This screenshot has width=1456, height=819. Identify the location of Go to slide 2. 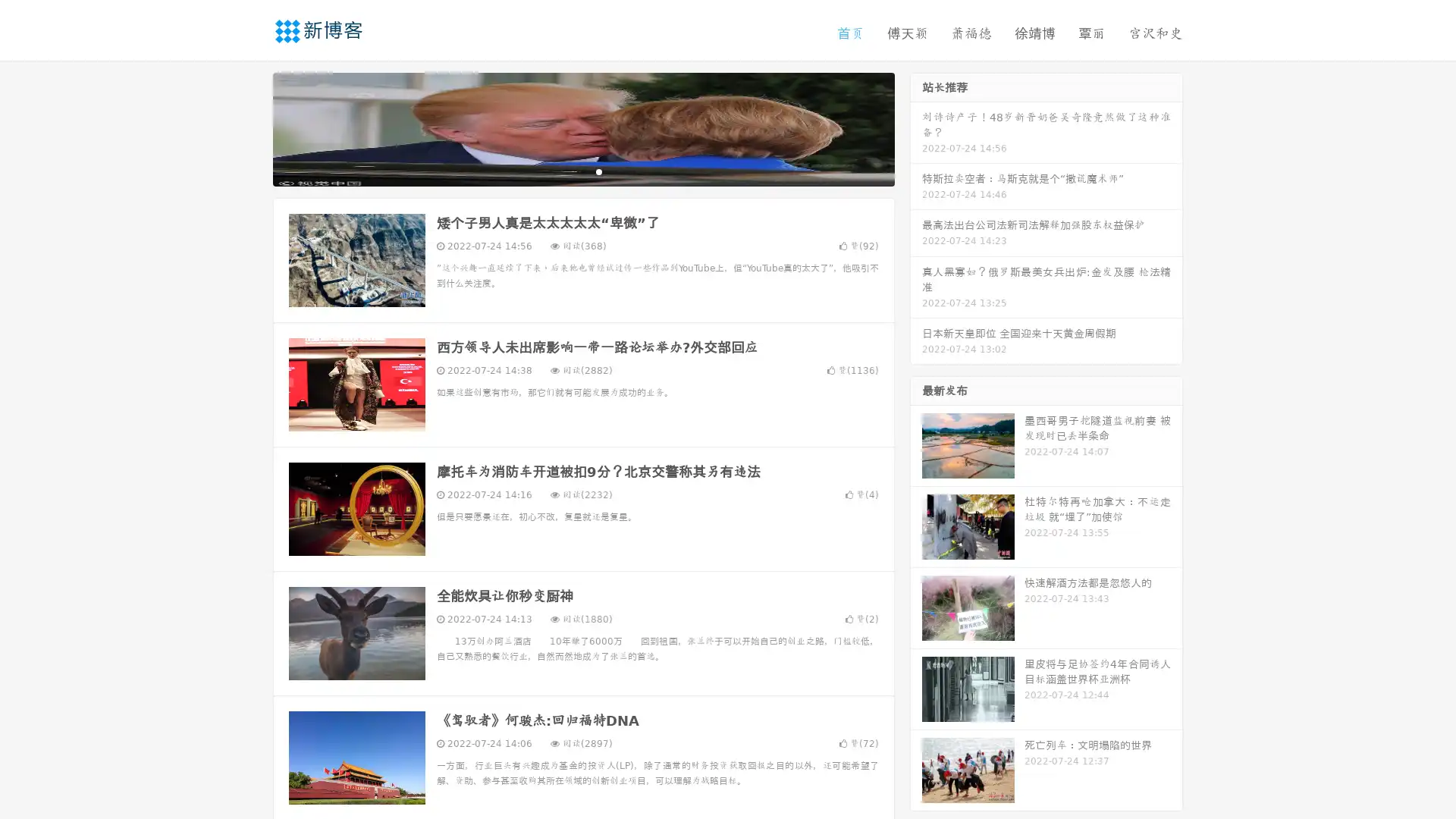
(582, 171).